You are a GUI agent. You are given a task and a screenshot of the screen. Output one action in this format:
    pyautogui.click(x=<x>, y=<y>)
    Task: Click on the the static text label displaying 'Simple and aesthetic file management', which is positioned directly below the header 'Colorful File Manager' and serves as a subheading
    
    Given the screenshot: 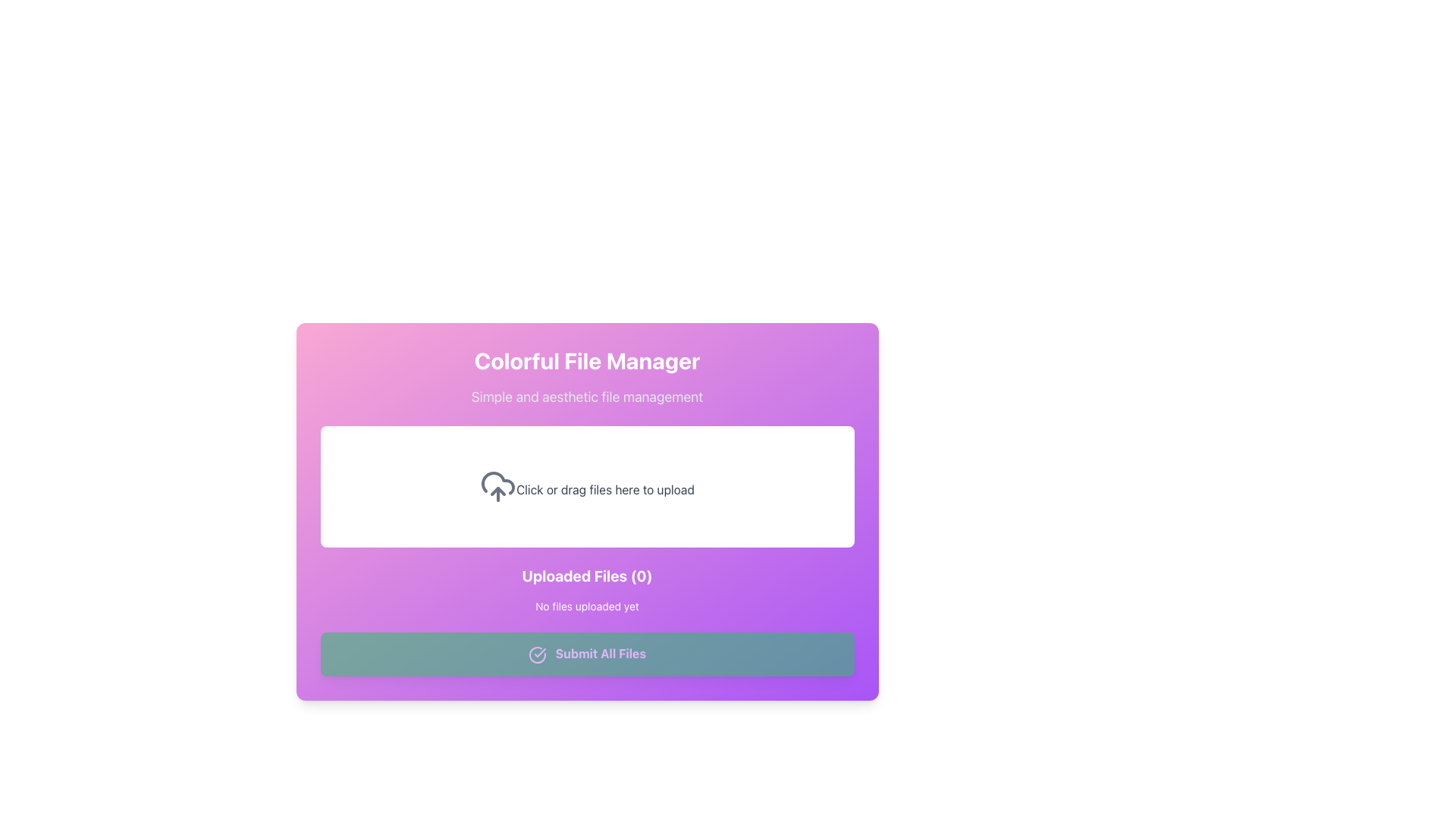 What is the action you would take?
    pyautogui.click(x=586, y=397)
    